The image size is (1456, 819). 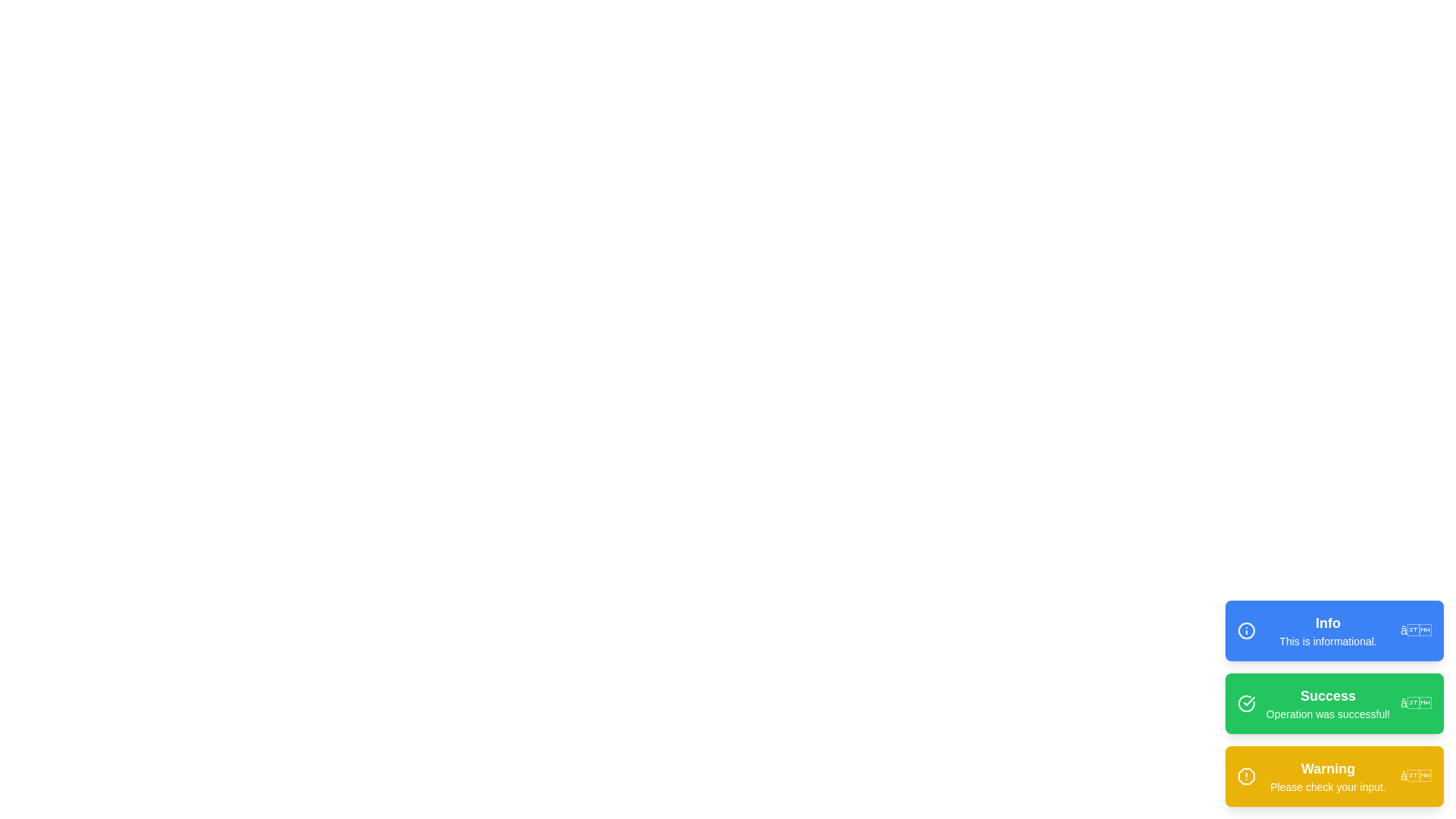 What do you see at coordinates (1327, 696) in the screenshot?
I see `'Success' label element, which is displayed in bold white text on a green background, located in the second notification box in the alert notifications stack` at bounding box center [1327, 696].